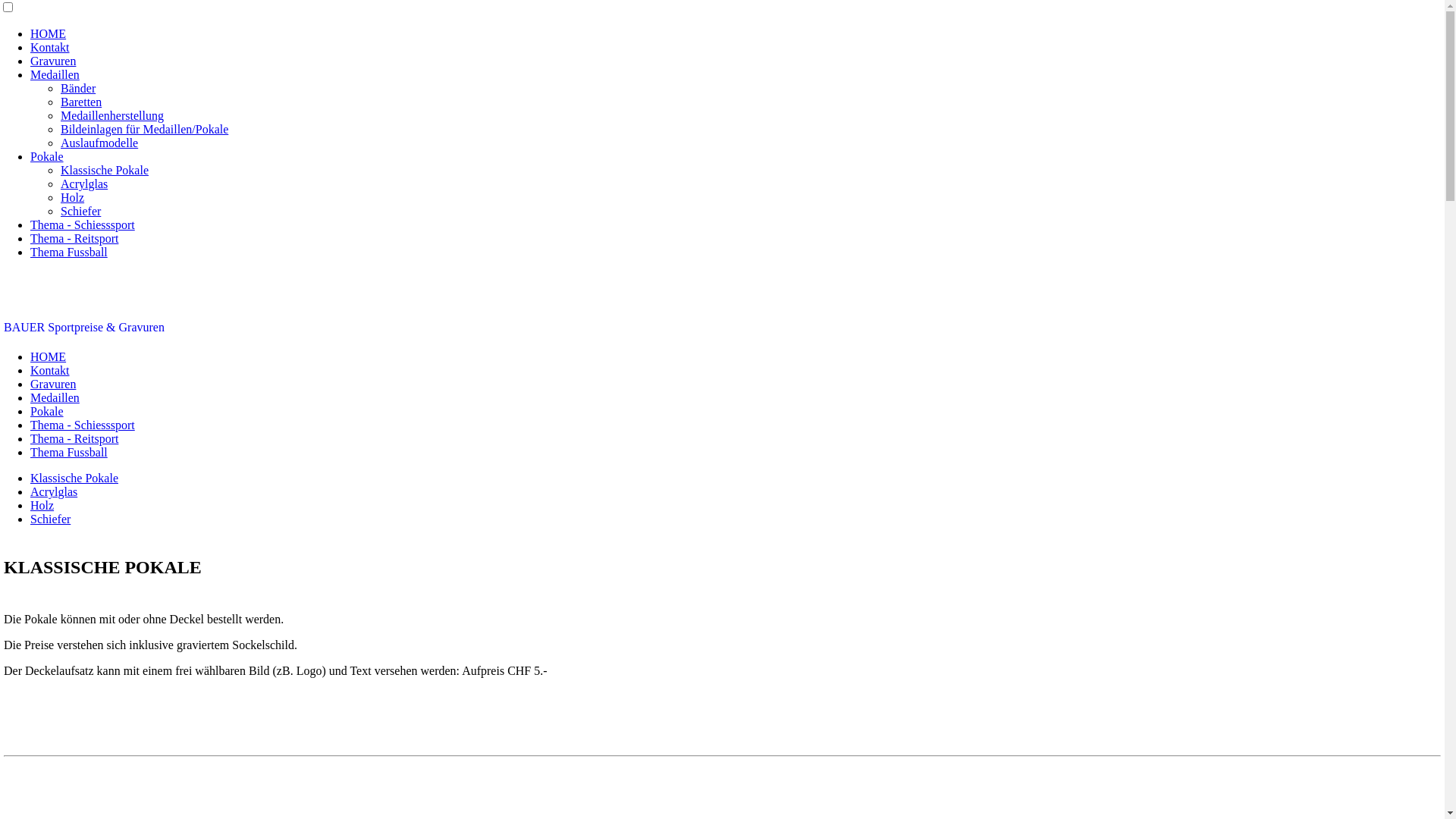 This screenshot has width=1456, height=819. I want to click on 'Auslaufmodelle', so click(98, 143).